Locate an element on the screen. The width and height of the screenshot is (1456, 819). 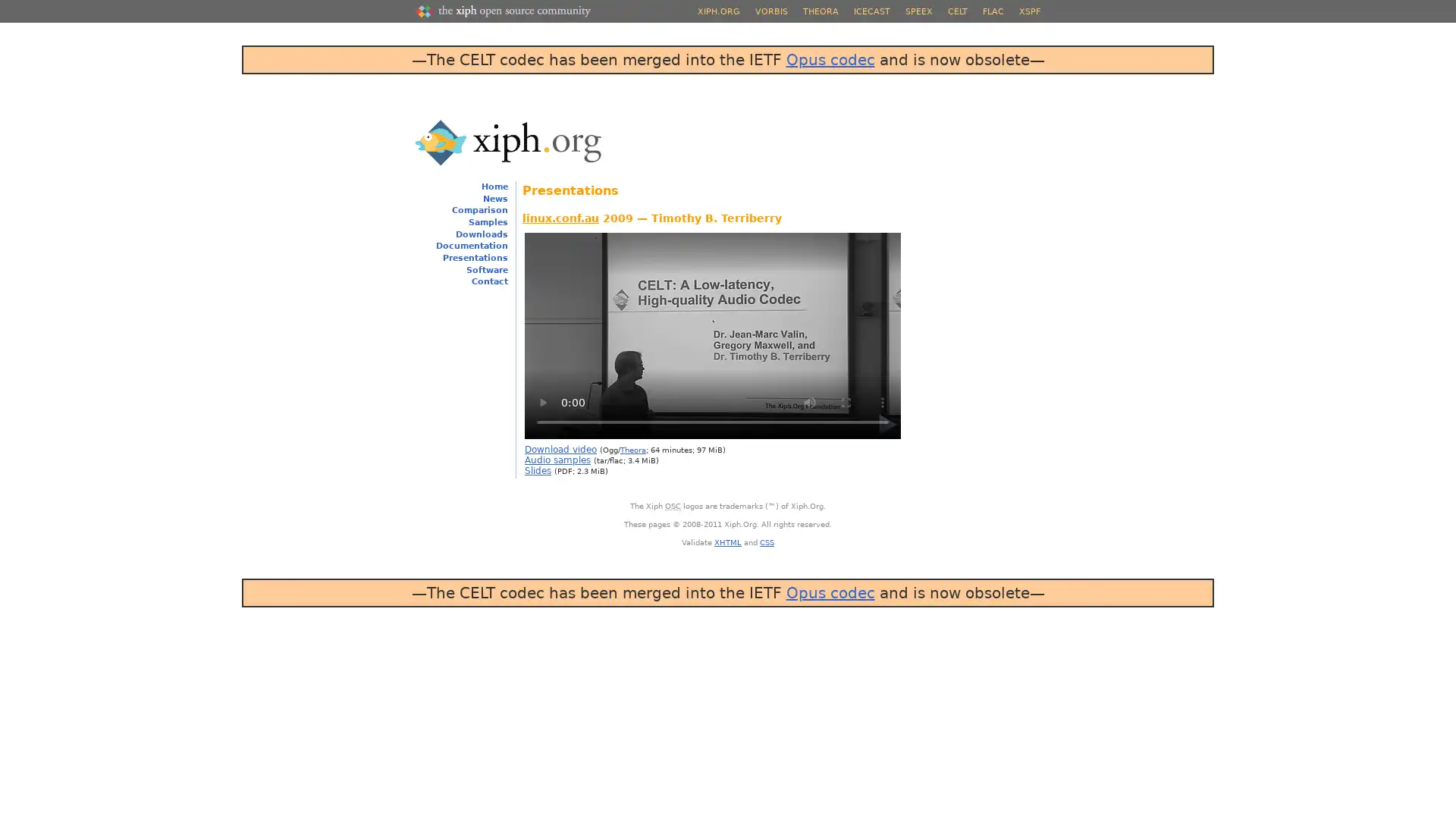
enter full screen is located at coordinates (846, 400).